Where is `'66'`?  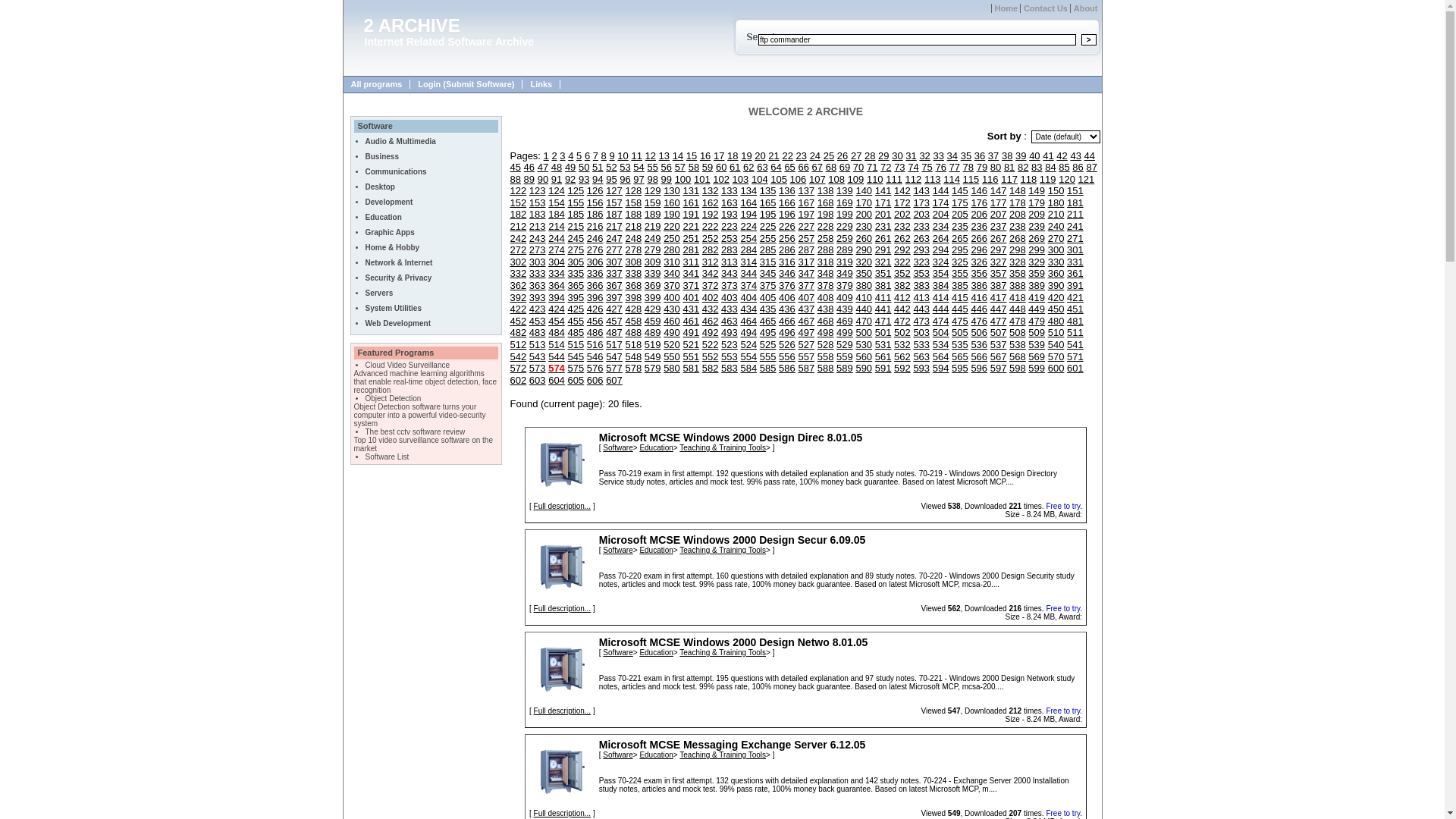
'66' is located at coordinates (802, 167).